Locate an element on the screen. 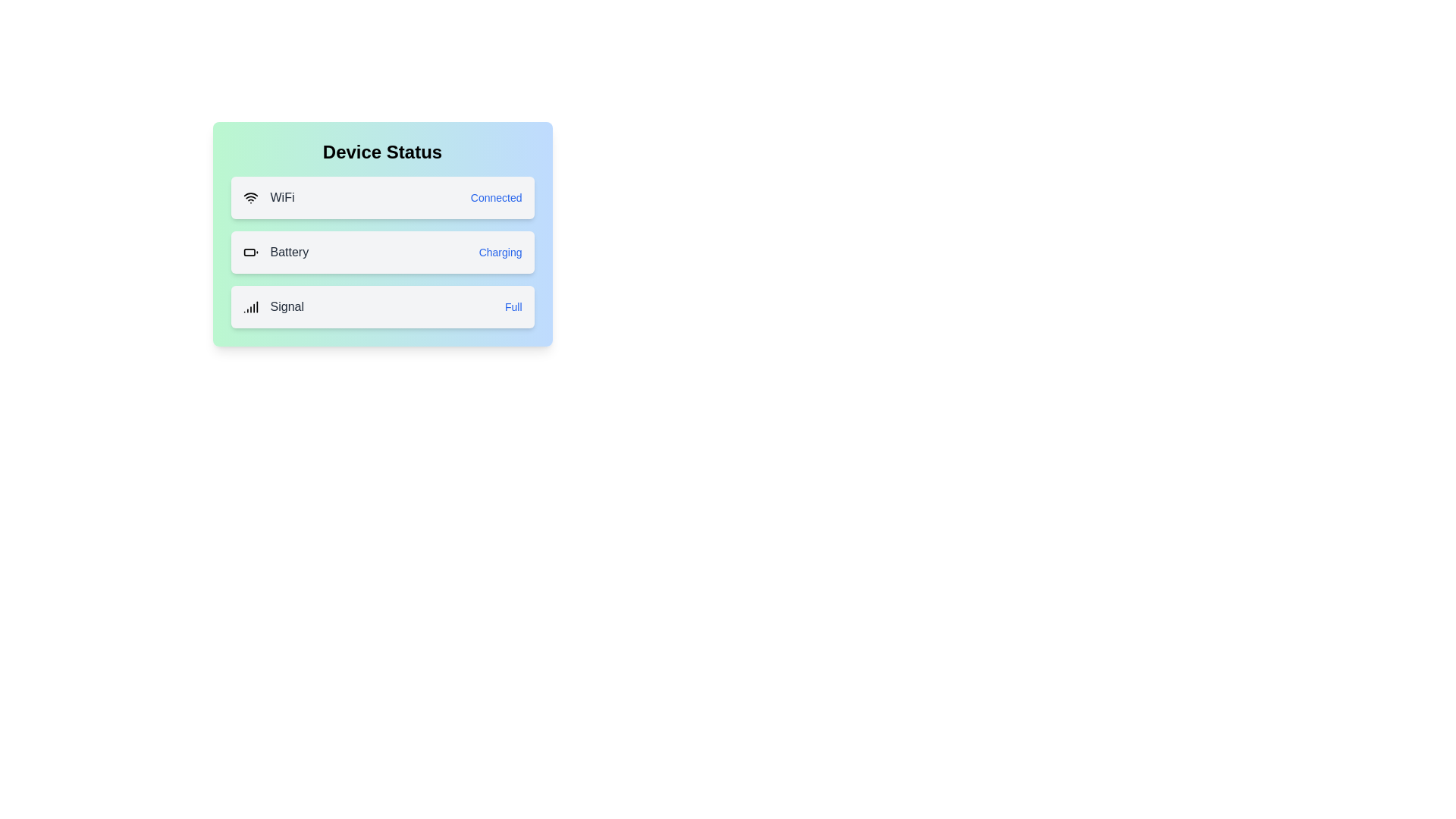 The height and width of the screenshot is (819, 1456). the status of WiFi to inspect its details is located at coordinates (382, 197).